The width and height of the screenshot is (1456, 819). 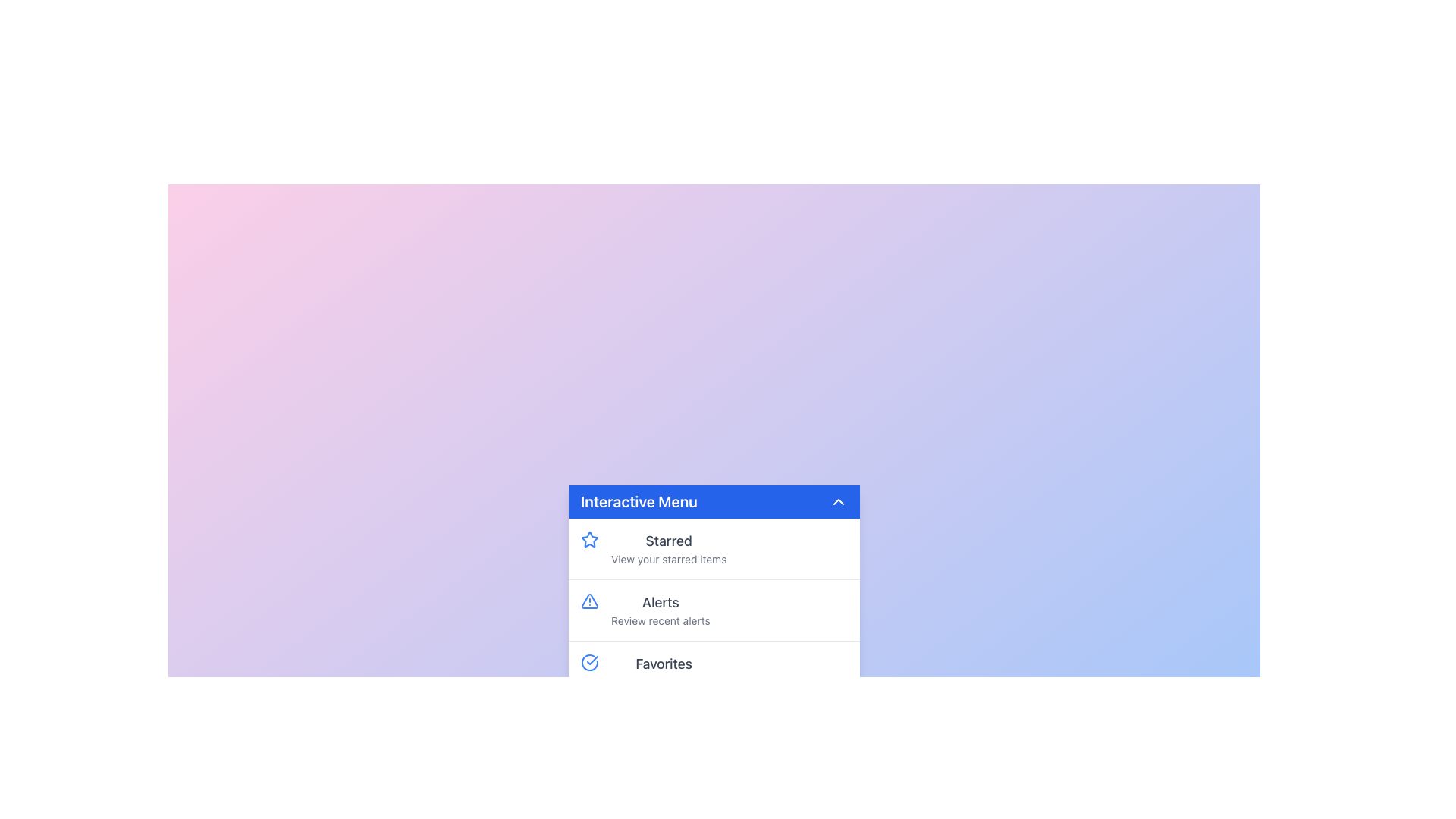 I want to click on the non-interactive Text Label providing supplemental information about the 'Alerts' section, which is located directly below the 'Alerts' heading in the menu interface, so click(x=661, y=620).